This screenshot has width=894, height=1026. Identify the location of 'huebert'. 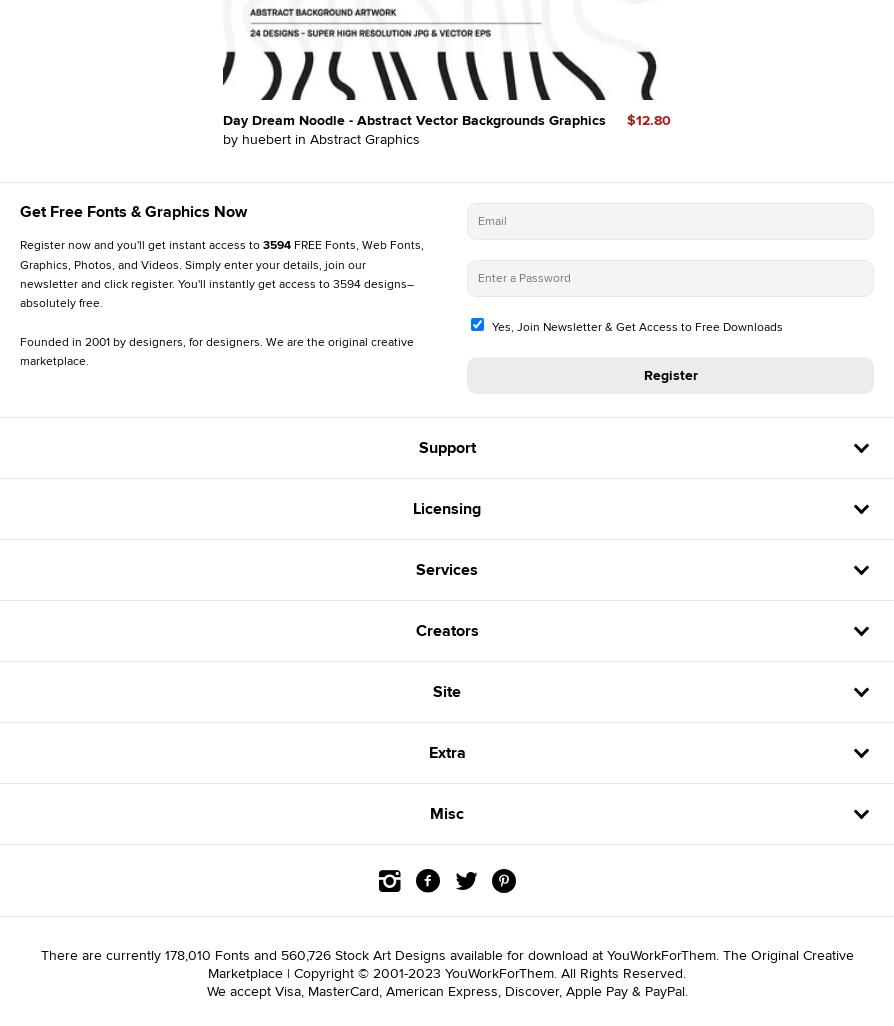
(241, 138).